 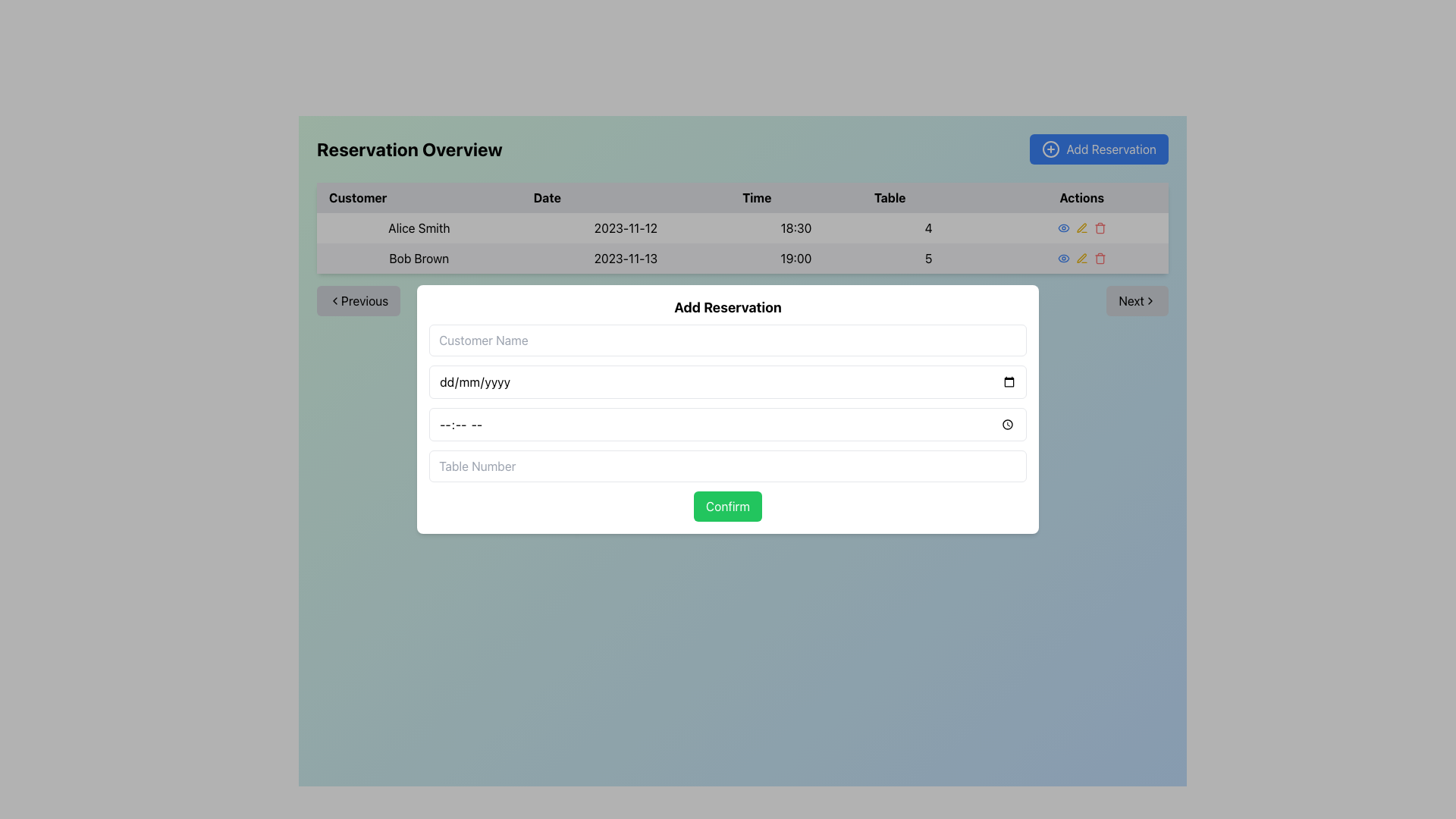 I want to click on the text box displaying '5', which indicates the table number assigned to a specific reservation located in the fourth column of the second row in the reservation table, so click(x=927, y=257).